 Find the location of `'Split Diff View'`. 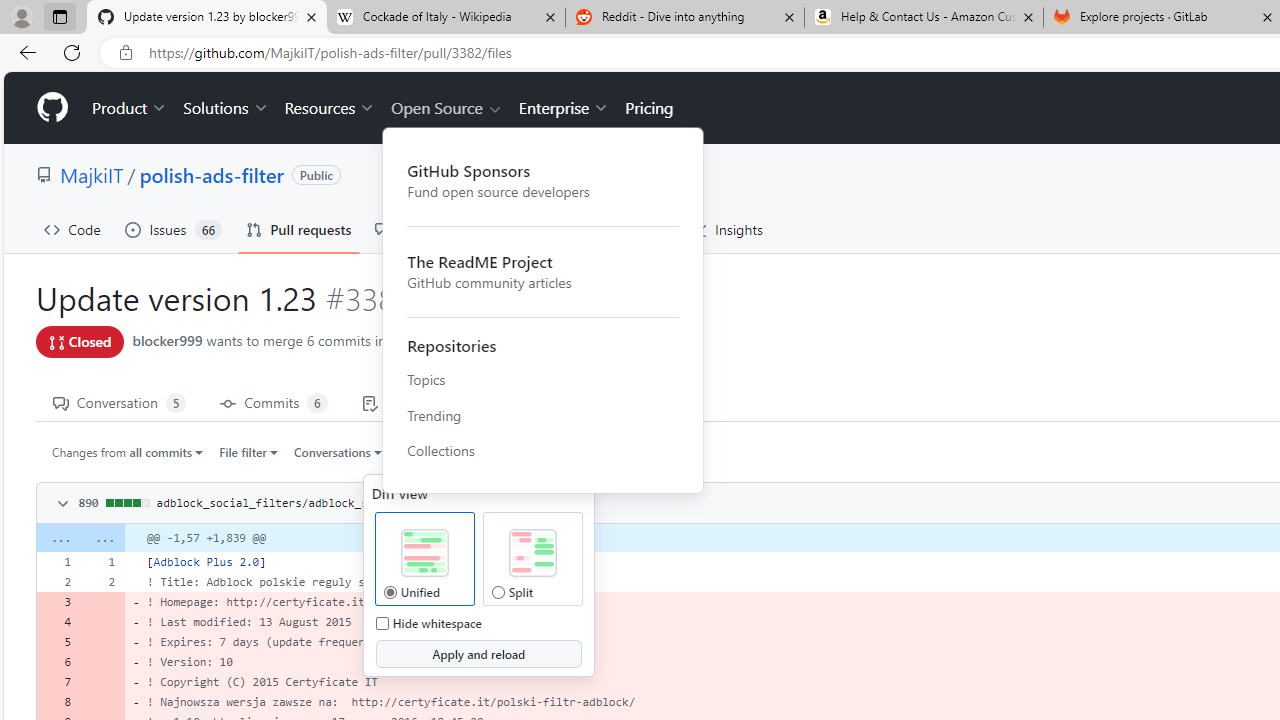

'Split Diff View' is located at coordinates (532, 554).